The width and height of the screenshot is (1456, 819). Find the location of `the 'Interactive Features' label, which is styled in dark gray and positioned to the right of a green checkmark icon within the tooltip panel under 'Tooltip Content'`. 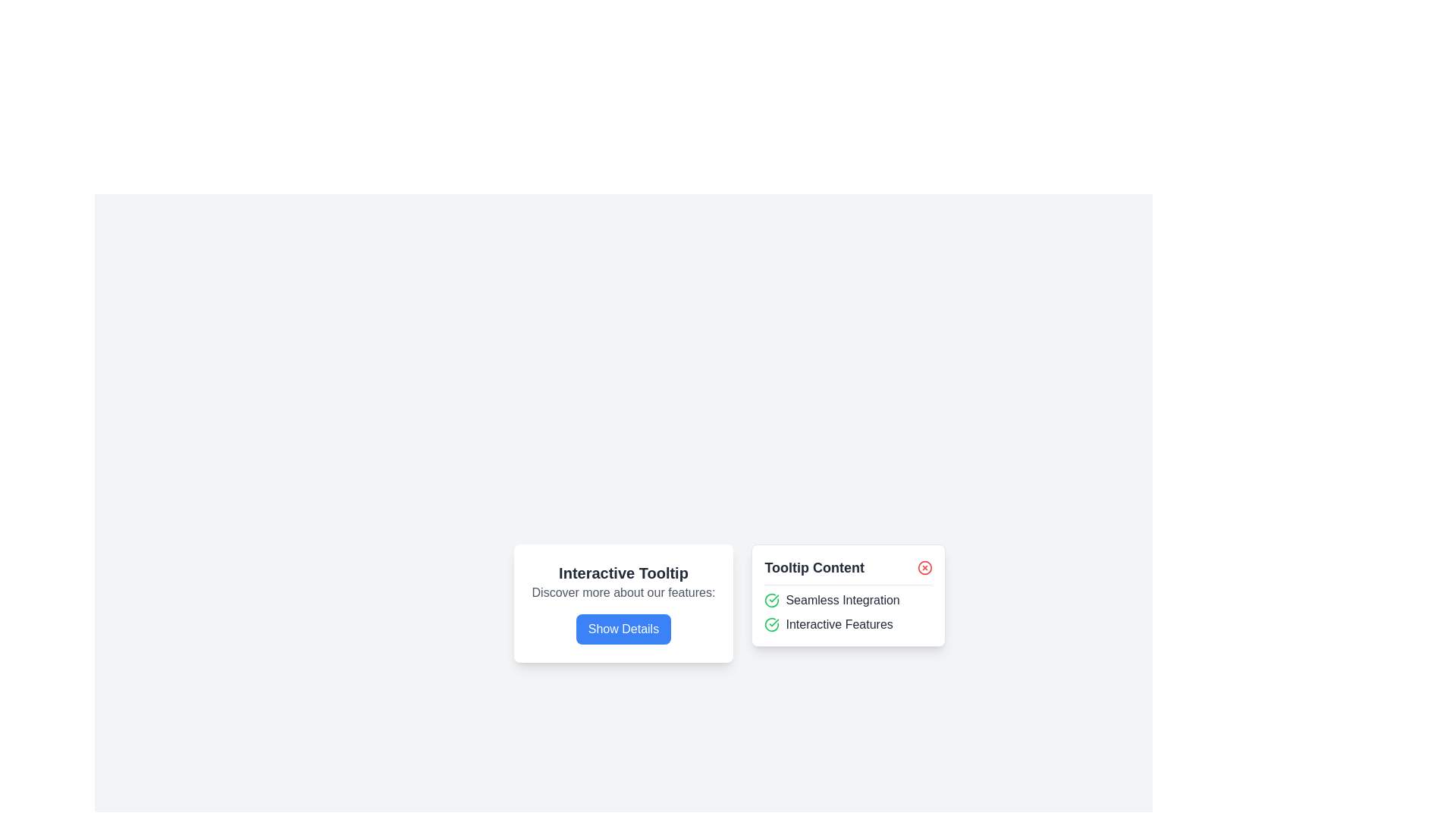

the 'Interactive Features' label, which is styled in dark gray and positioned to the right of a green checkmark icon within the tooltip panel under 'Tooltip Content' is located at coordinates (848, 625).